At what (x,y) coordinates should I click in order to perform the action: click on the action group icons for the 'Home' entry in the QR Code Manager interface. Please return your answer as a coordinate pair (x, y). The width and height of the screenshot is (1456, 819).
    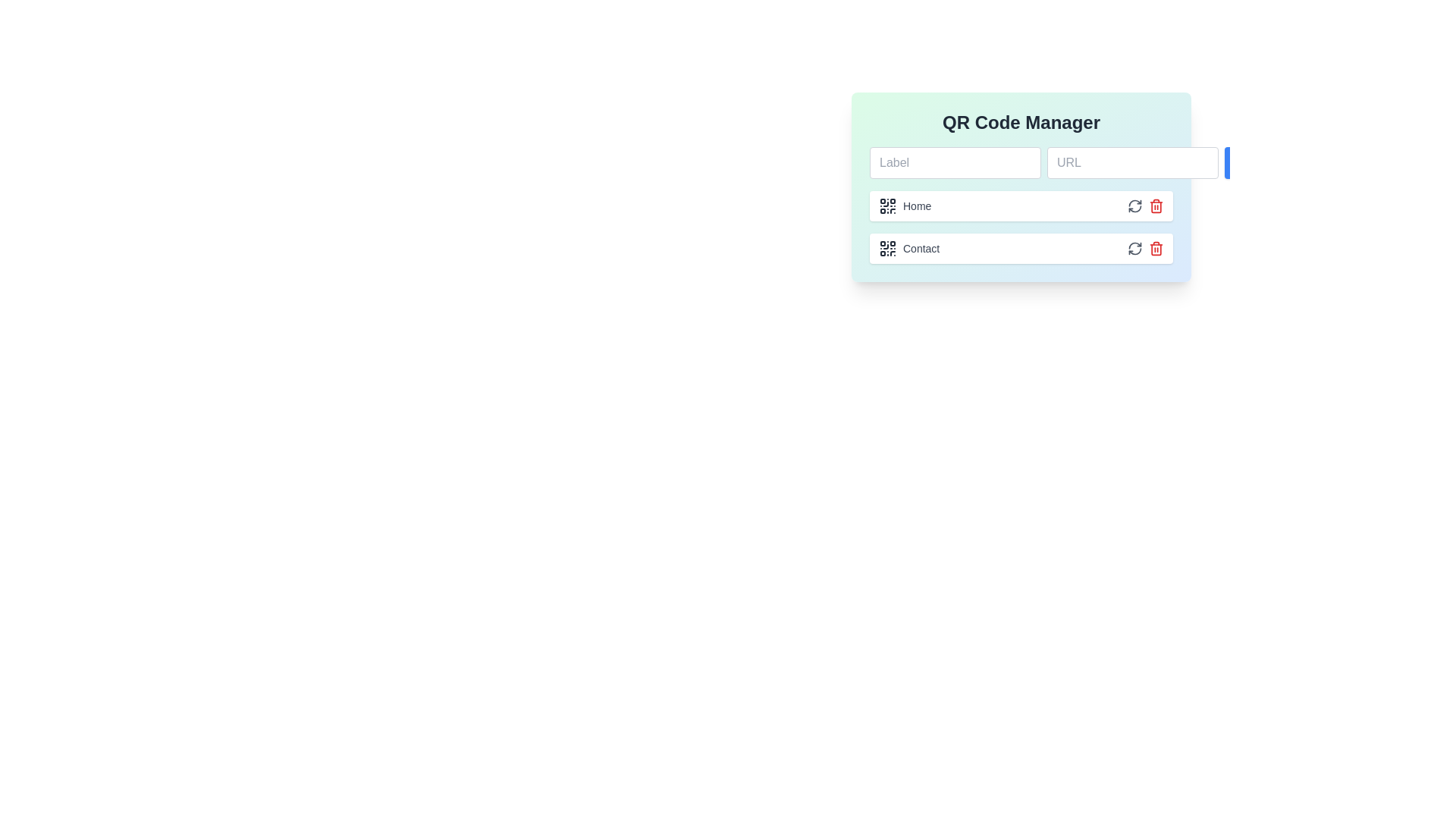
    Looking at the image, I should click on (1146, 206).